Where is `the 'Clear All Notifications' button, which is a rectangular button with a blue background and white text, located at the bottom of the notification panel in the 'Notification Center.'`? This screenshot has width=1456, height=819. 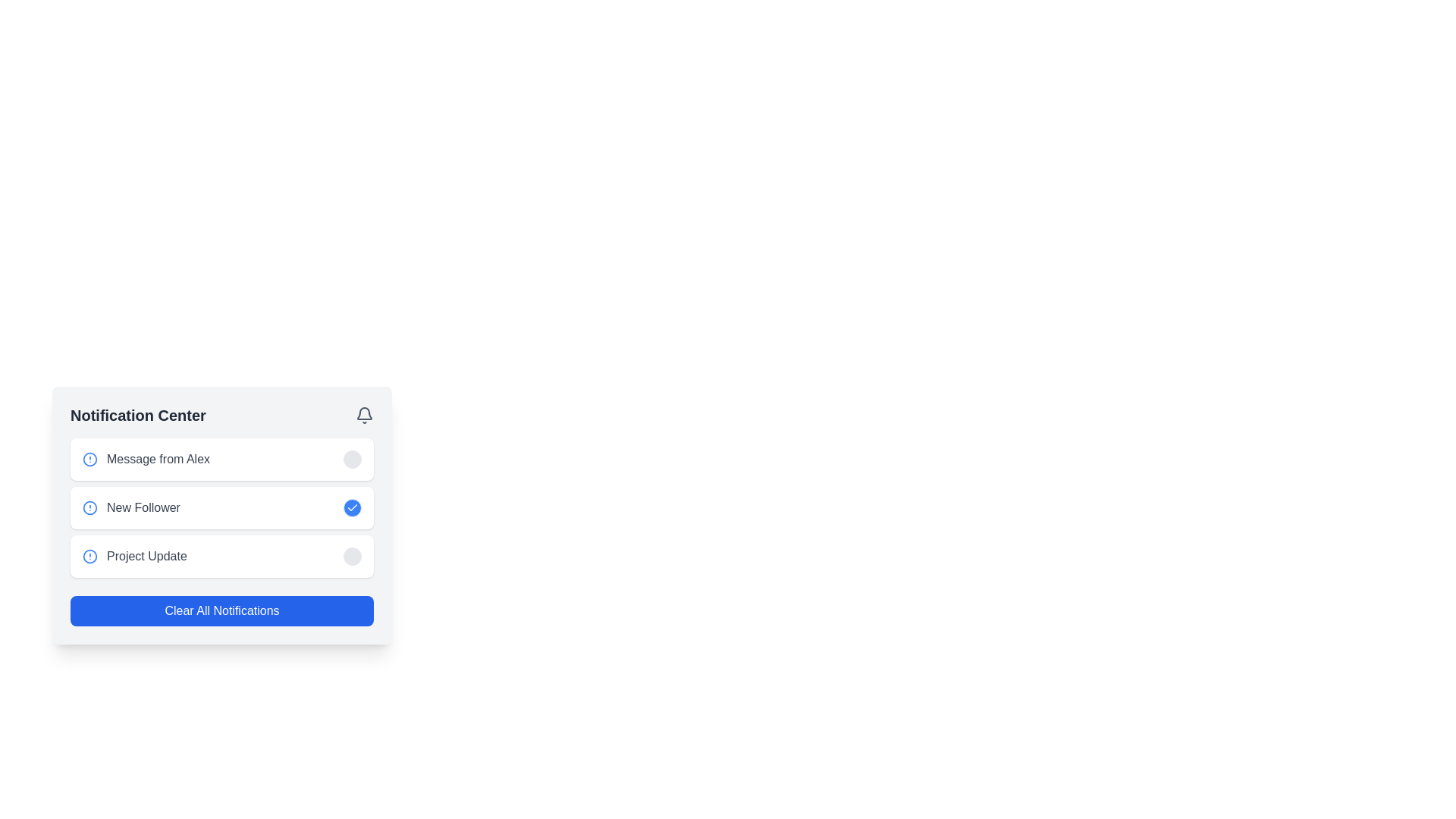 the 'Clear All Notifications' button, which is a rectangular button with a blue background and white text, located at the bottom of the notification panel in the 'Notification Center.' is located at coordinates (221, 610).